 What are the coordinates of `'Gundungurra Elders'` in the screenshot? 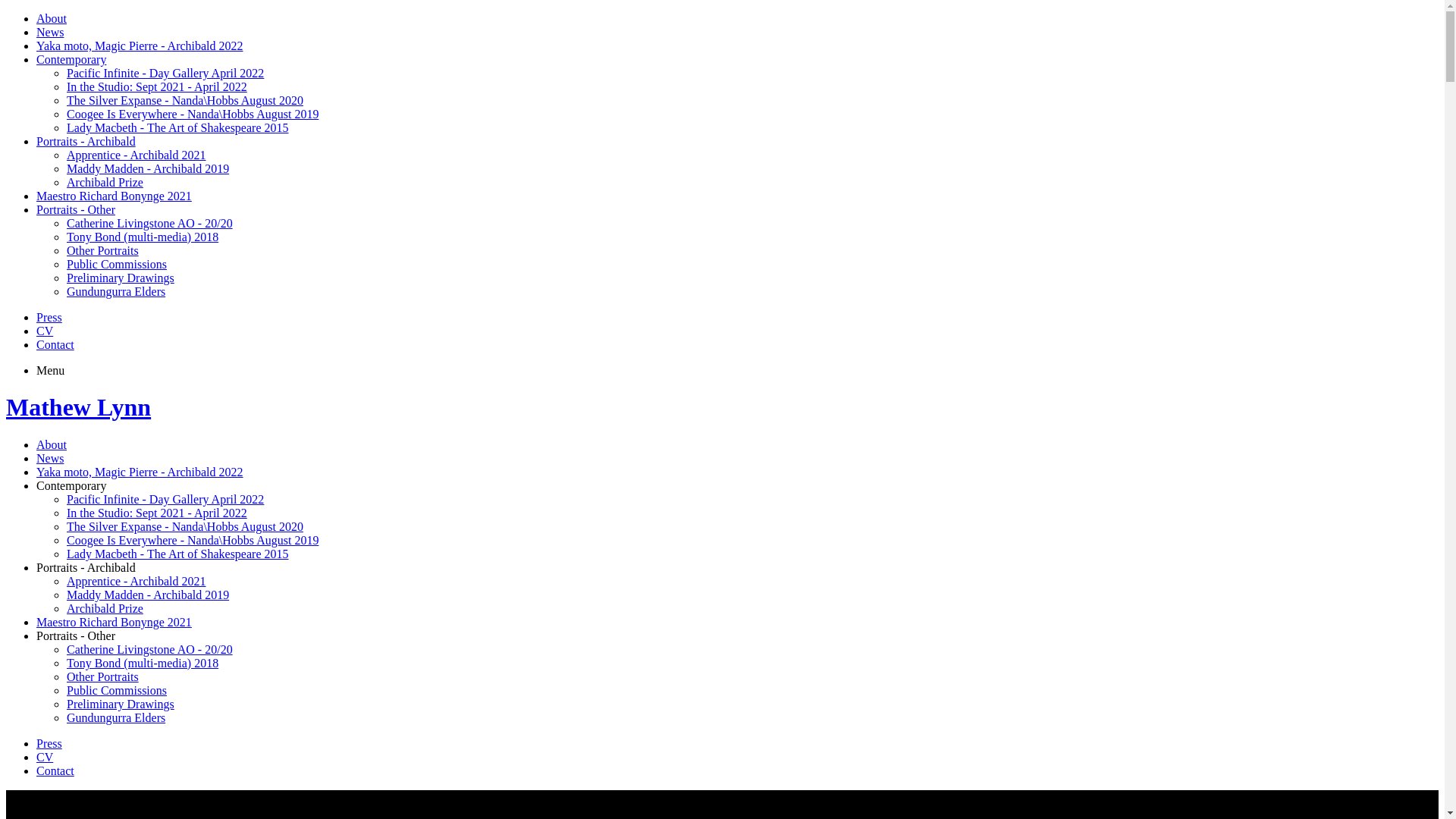 It's located at (115, 291).